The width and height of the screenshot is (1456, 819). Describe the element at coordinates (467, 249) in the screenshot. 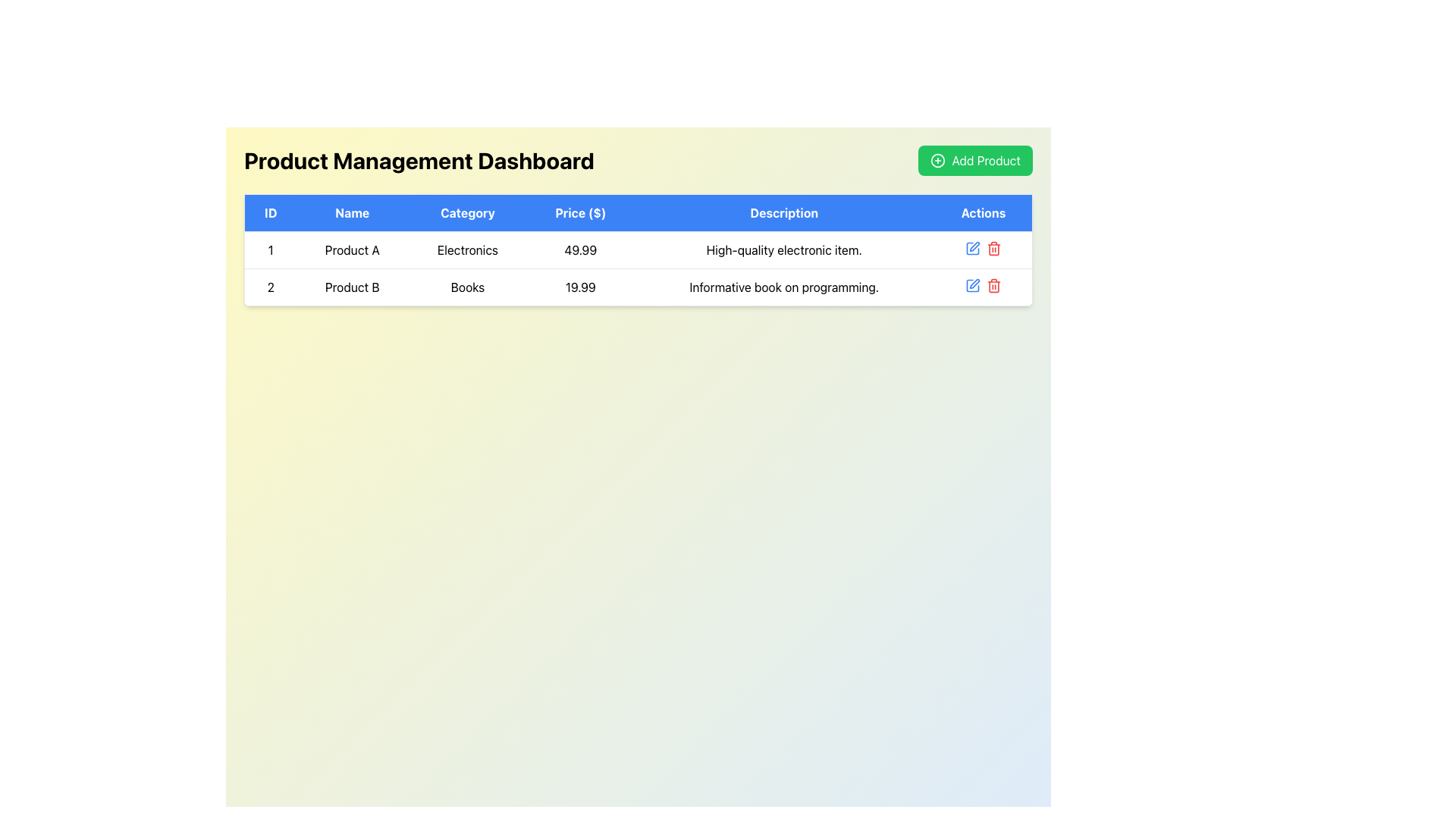

I see `text content of the table cell displaying 'Electronics' in the 'Category' column of the first row` at that location.